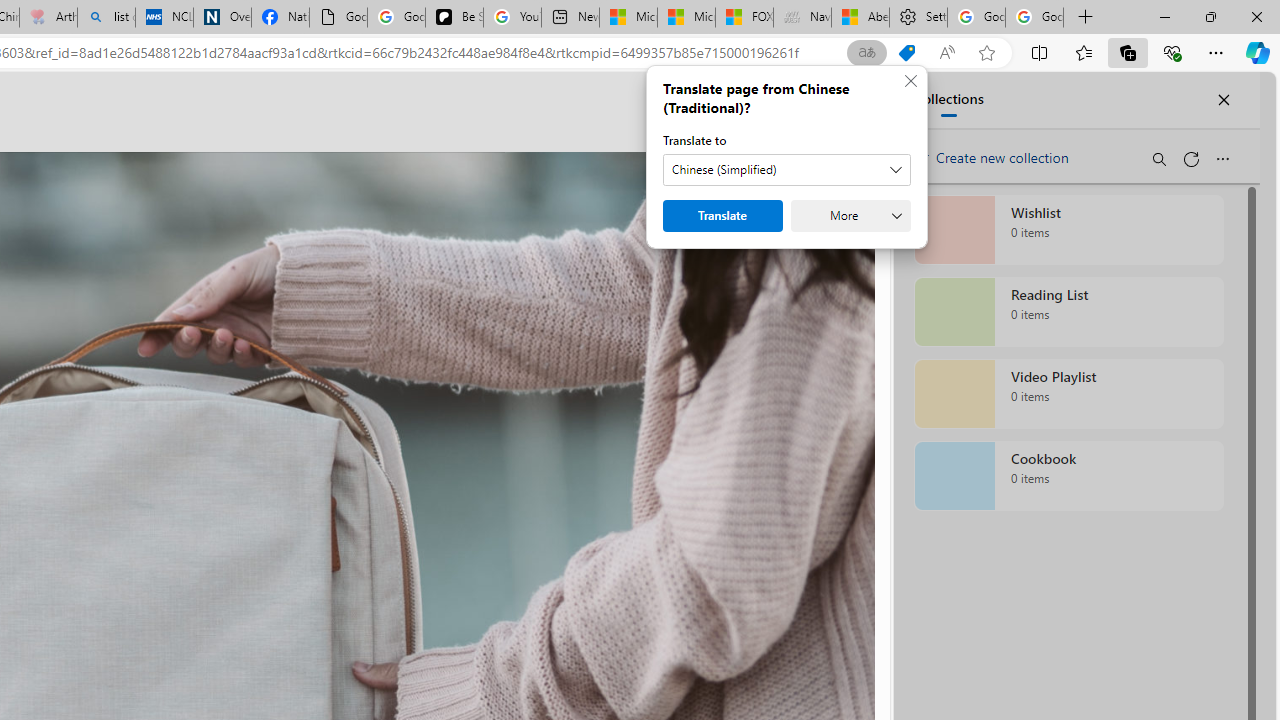 The height and width of the screenshot is (720, 1280). Describe the element at coordinates (338, 17) in the screenshot. I see `'Google Analytics Opt-out Browser Add-on Download Page'` at that location.